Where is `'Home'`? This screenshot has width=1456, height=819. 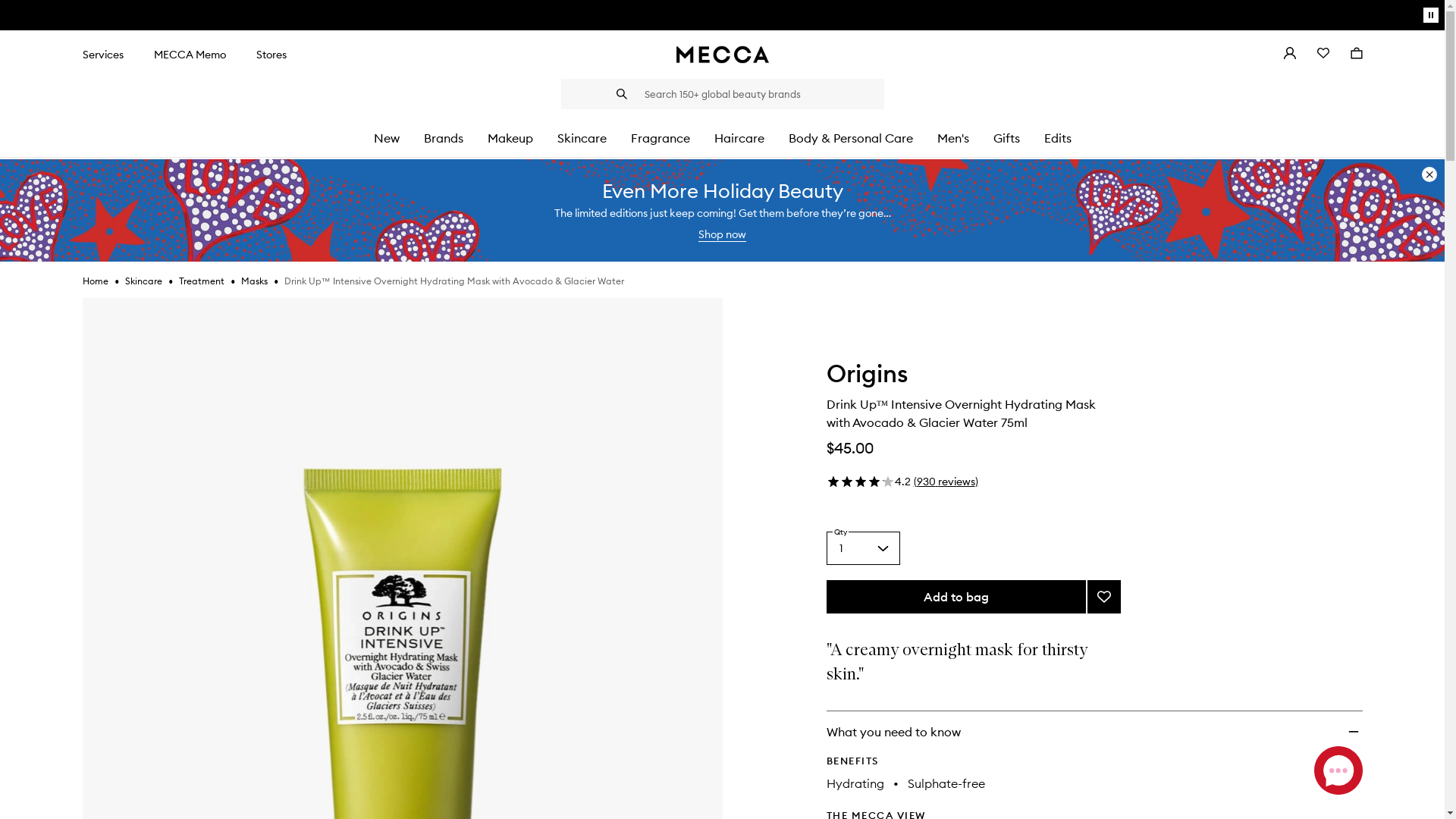
'Home' is located at coordinates (81, 281).